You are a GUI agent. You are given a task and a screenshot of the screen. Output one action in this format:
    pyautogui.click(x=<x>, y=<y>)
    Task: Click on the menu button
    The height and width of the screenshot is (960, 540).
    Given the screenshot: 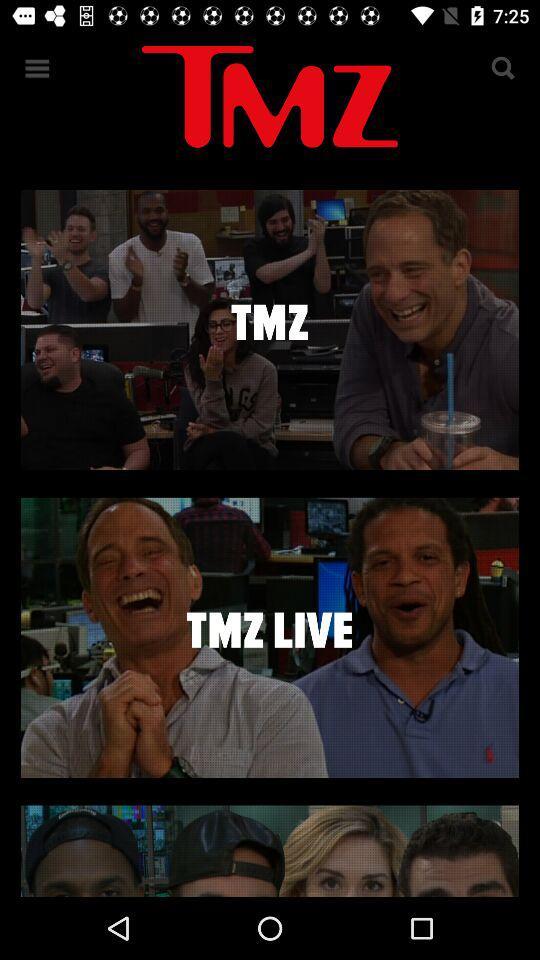 What is the action you would take?
    pyautogui.click(x=37, y=68)
    